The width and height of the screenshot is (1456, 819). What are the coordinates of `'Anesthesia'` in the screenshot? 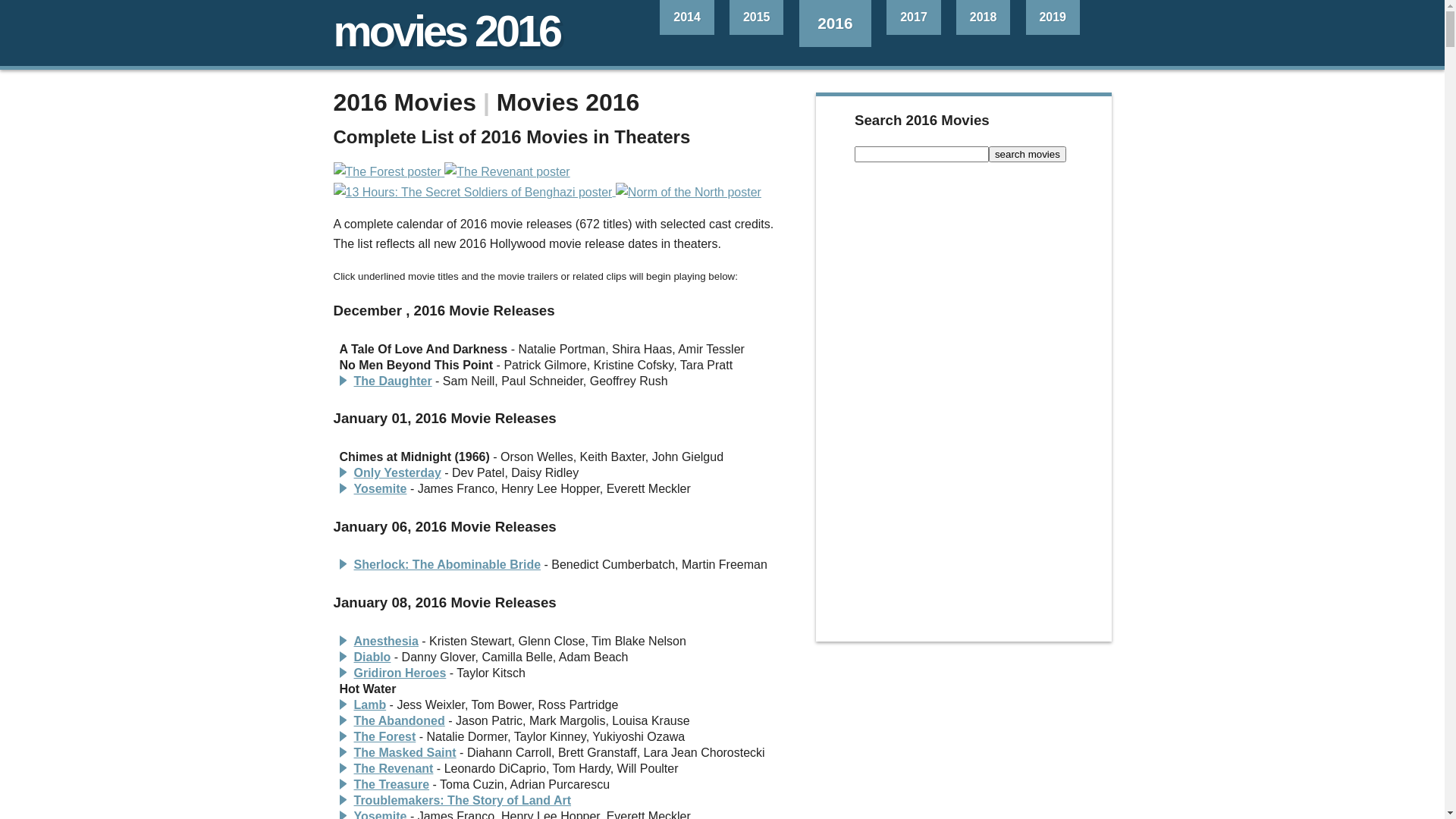 It's located at (385, 641).